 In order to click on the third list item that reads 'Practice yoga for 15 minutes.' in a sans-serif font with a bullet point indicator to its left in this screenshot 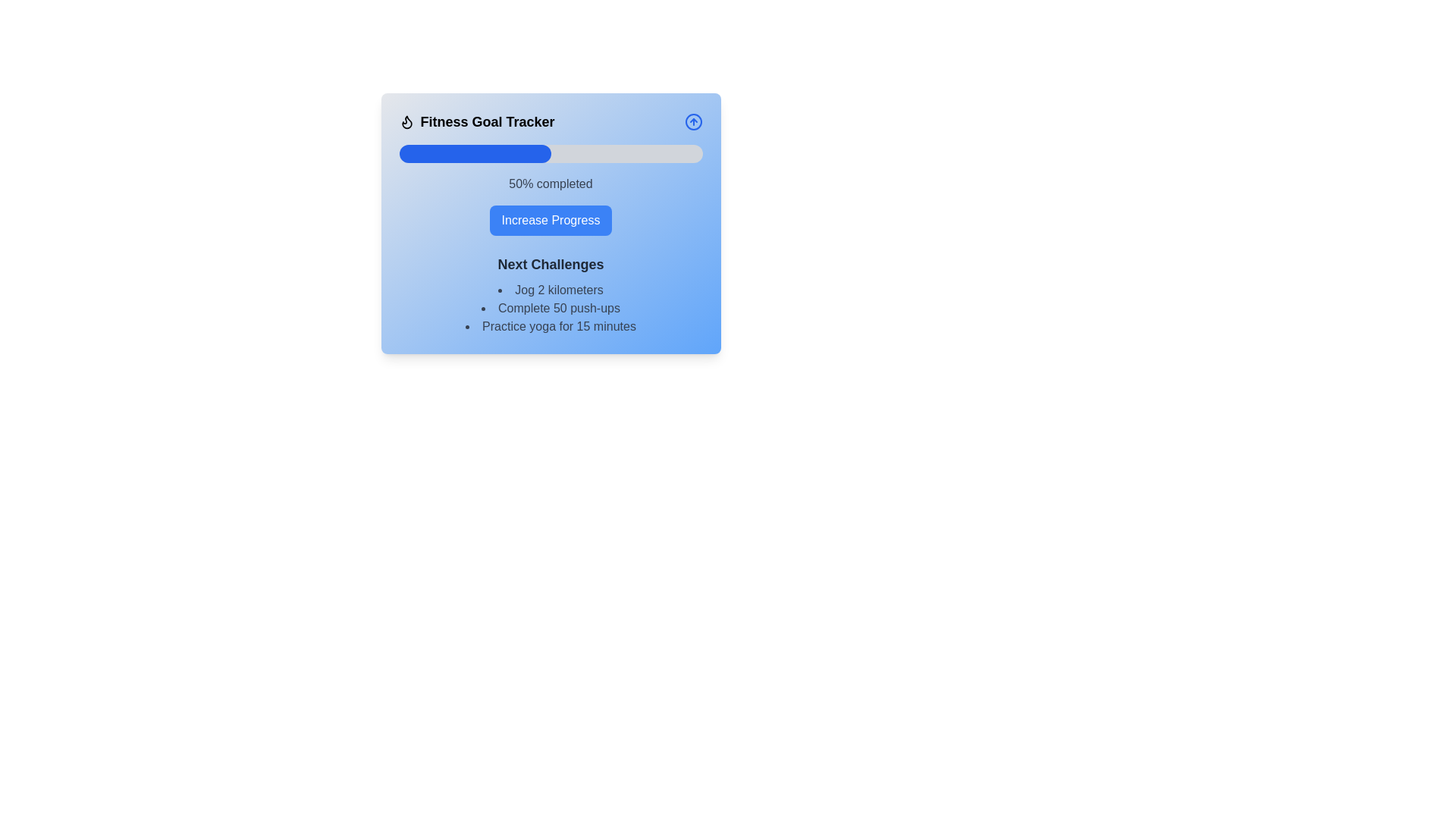, I will do `click(550, 326)`.